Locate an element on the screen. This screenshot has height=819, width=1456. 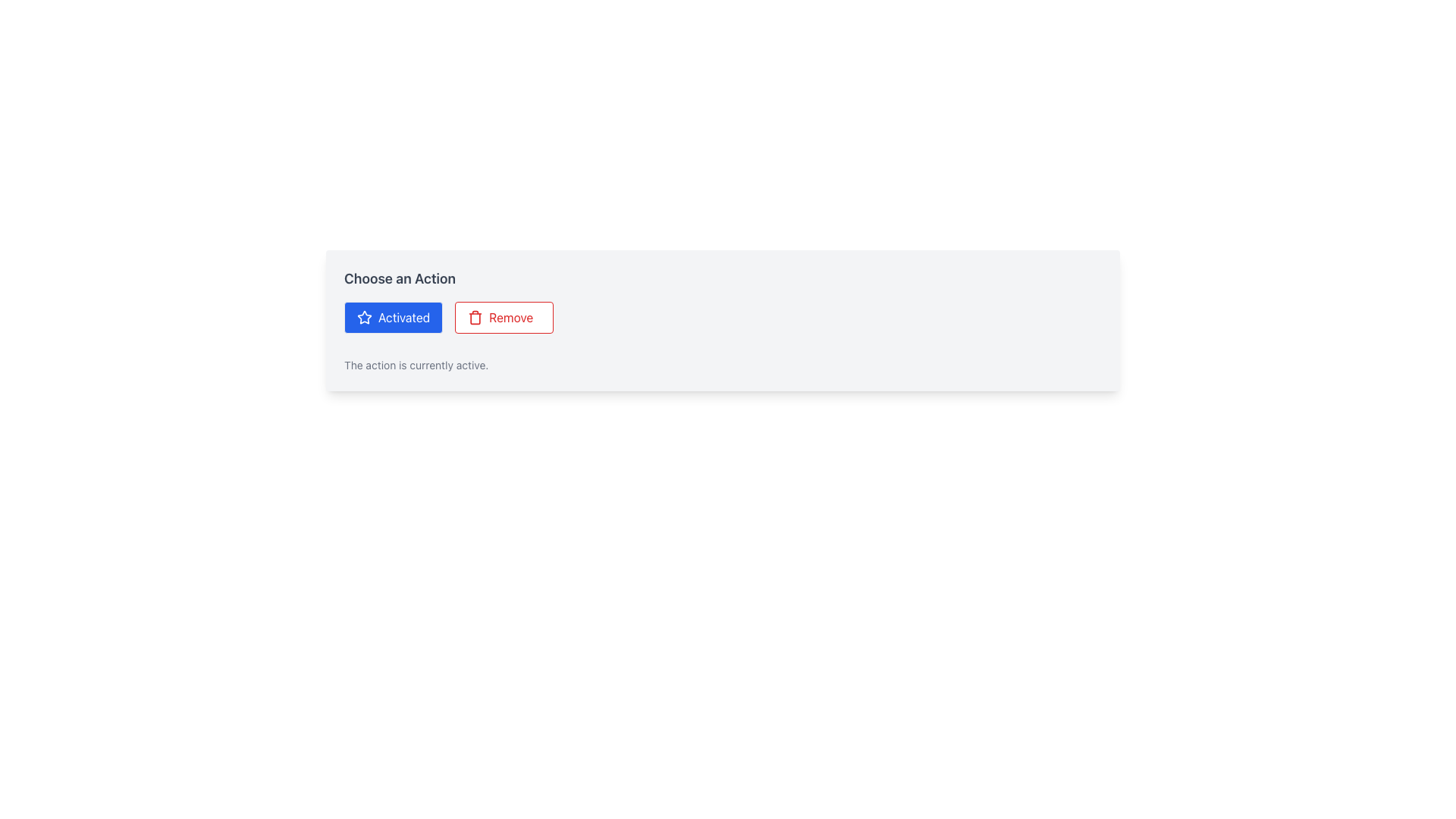
the 'Activated' button, which is the leftmost button in the group under the label 'Choose an Action', to observe interaction feedback is located at coordinates (394, 317).